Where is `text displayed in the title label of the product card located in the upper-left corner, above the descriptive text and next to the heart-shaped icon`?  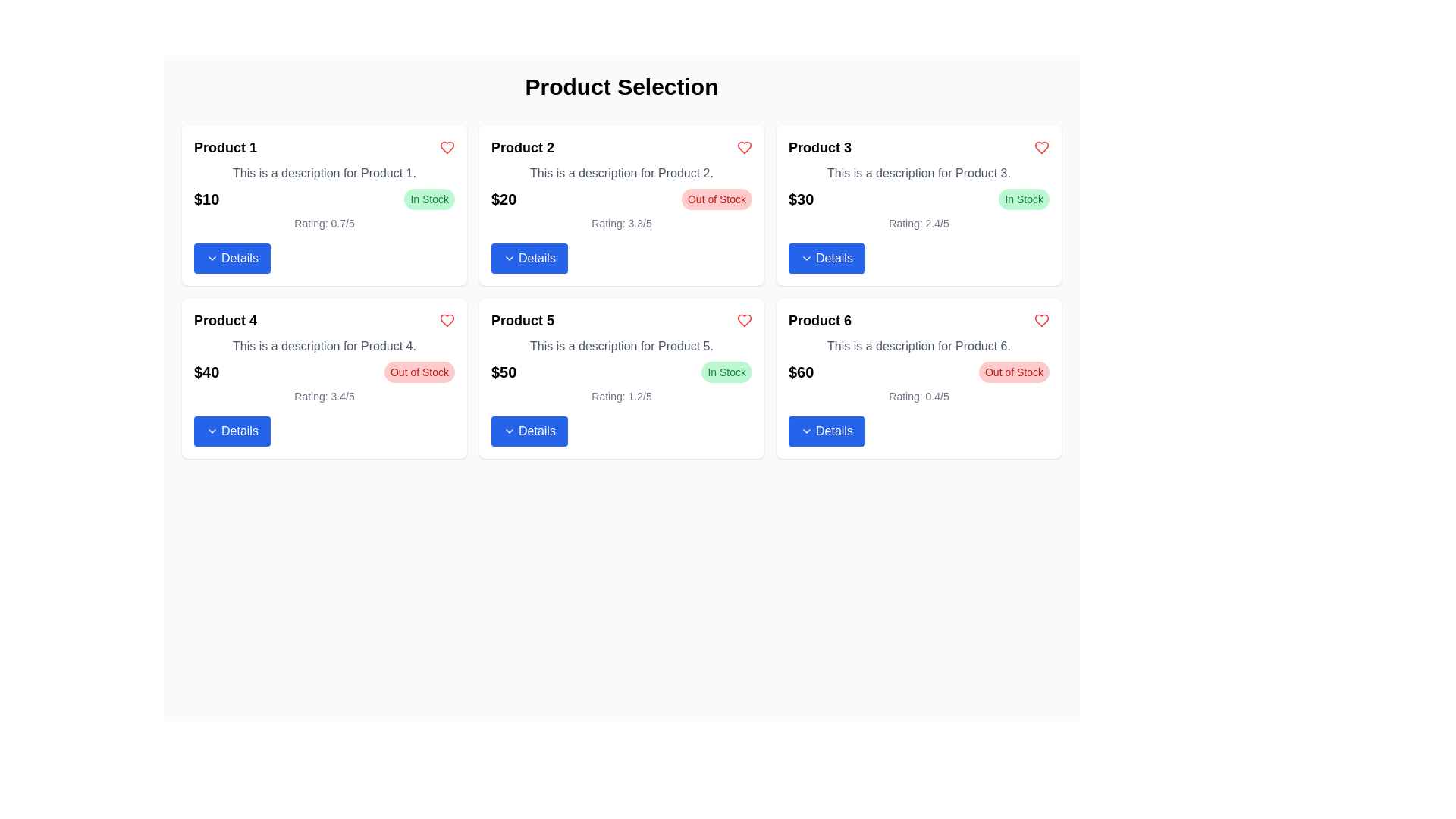 text displayed in the title label of the product card located in the upper-left corner, above the descriptive text and next to the heart-shaped icon is located at coordinates (224, 148).